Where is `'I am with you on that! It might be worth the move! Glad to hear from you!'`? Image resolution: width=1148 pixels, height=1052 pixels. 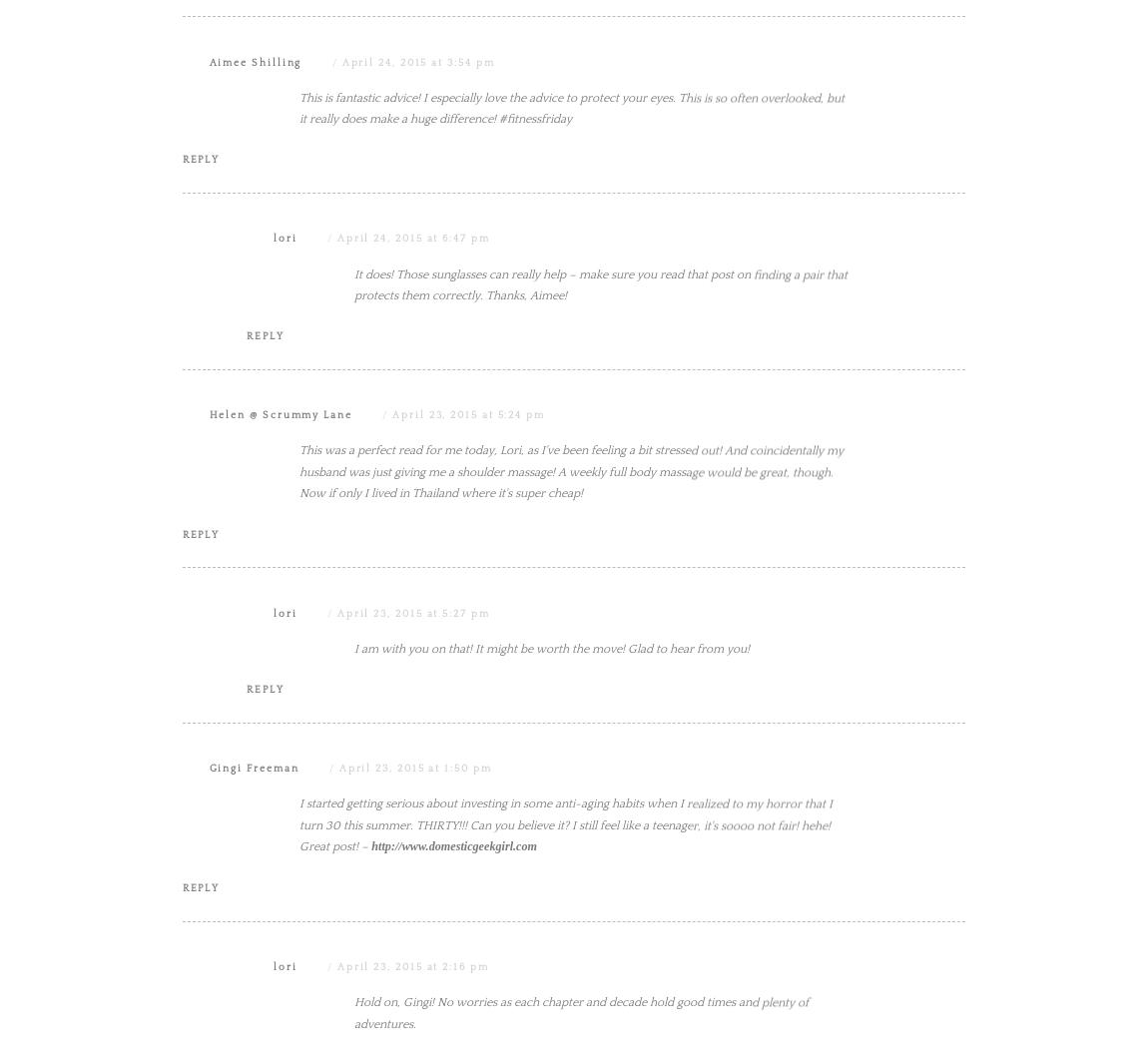 'I am with you on that! It might be worth the move! Glad to hear from you!' is located at coordinates (552, 849).